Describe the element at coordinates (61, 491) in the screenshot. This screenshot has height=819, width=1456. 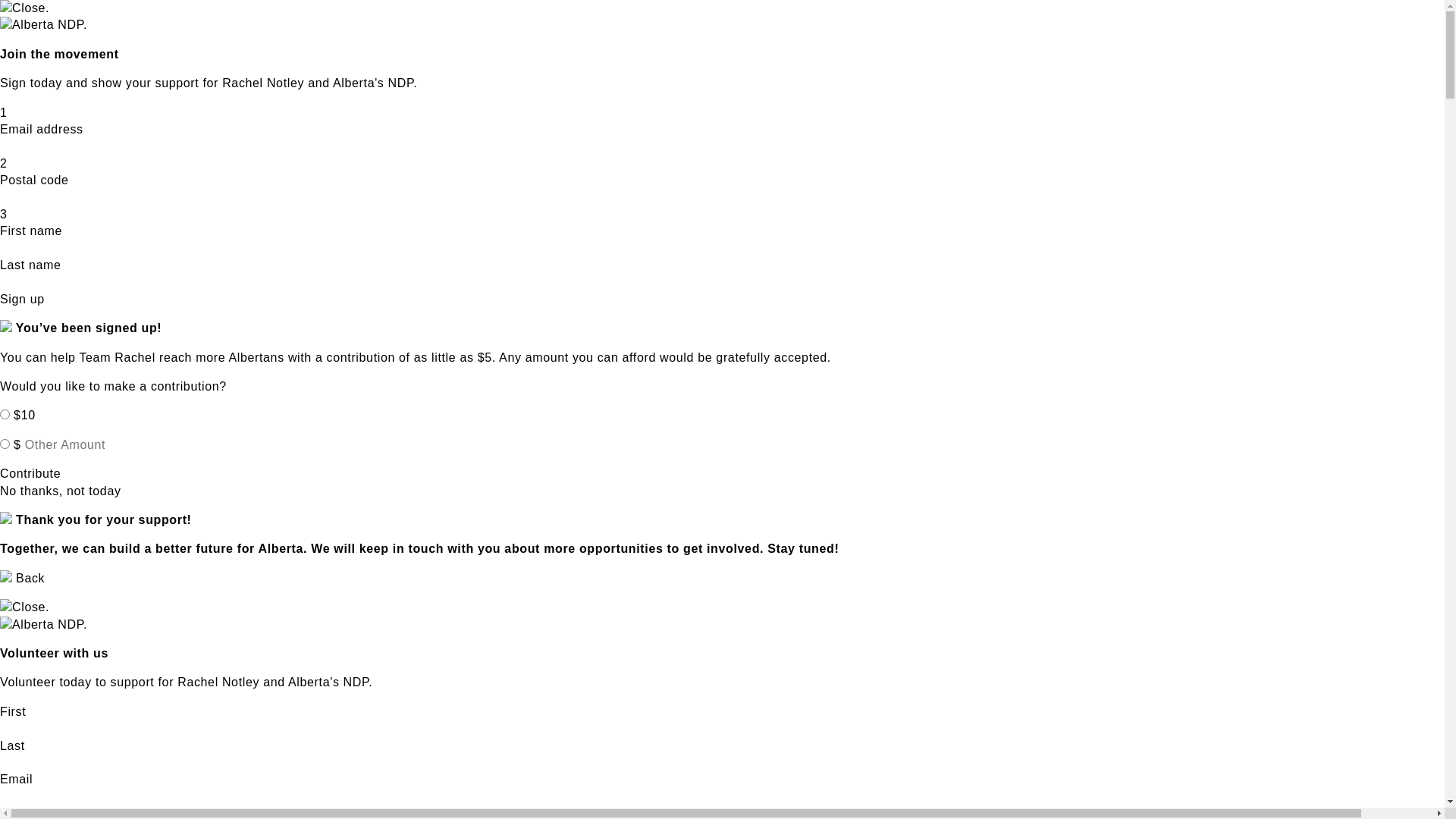
I see `'No thanks, not today'` at that location.